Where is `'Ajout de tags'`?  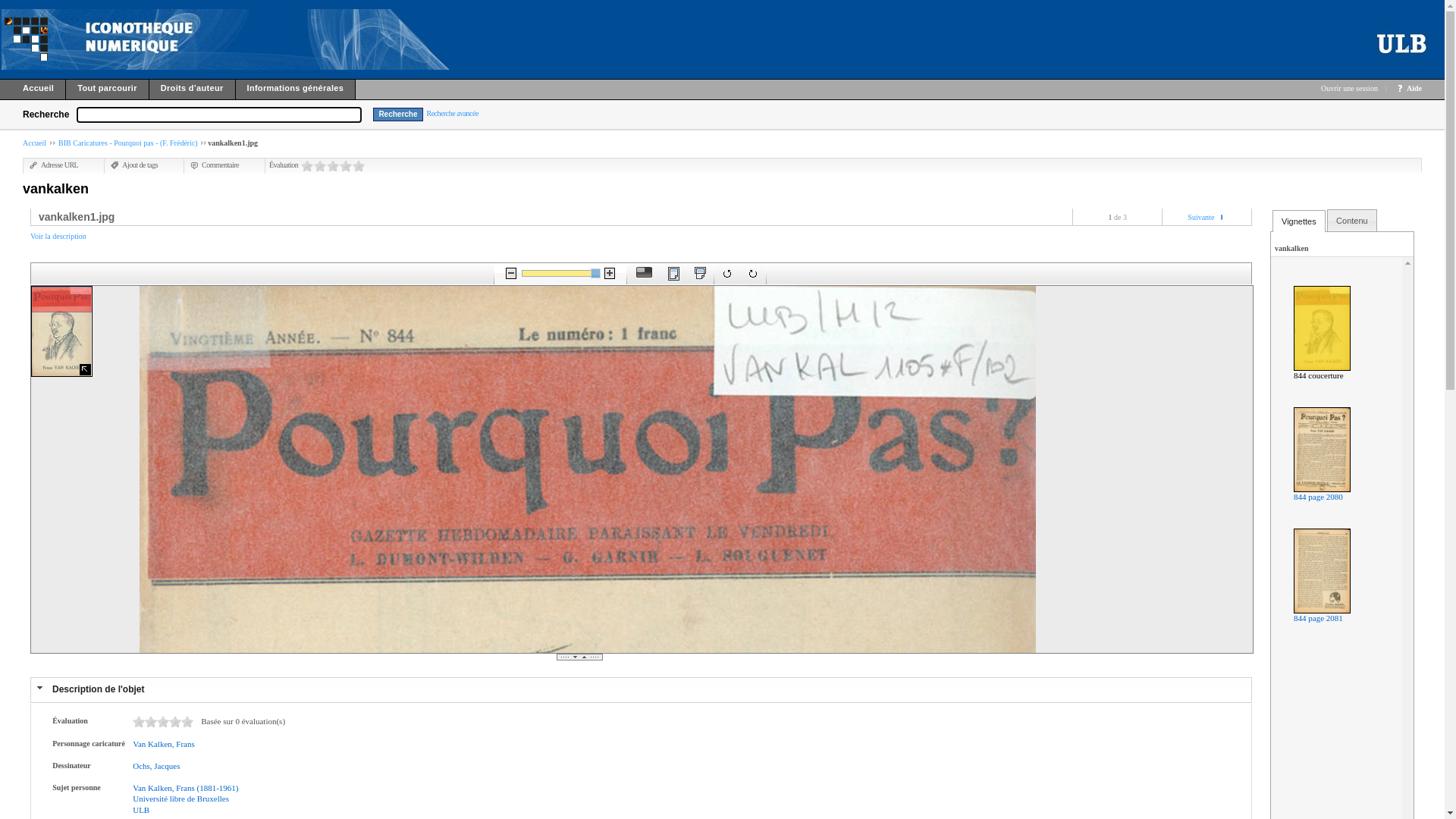 'Ajout de tags' is located at coordinates (134, 165).